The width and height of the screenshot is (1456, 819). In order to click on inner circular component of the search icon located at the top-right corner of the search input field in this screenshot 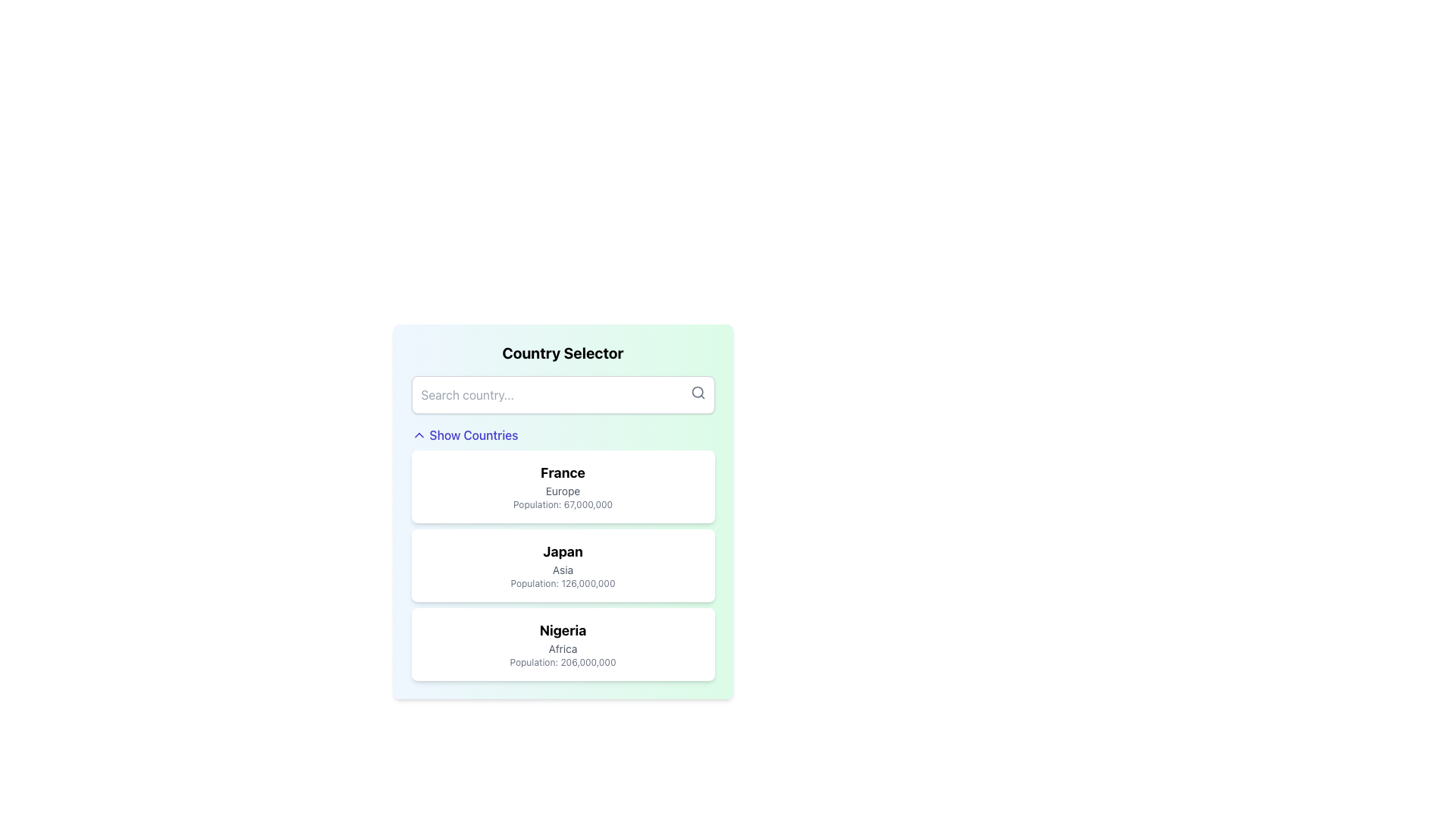, I will do `click(696, 391)`.